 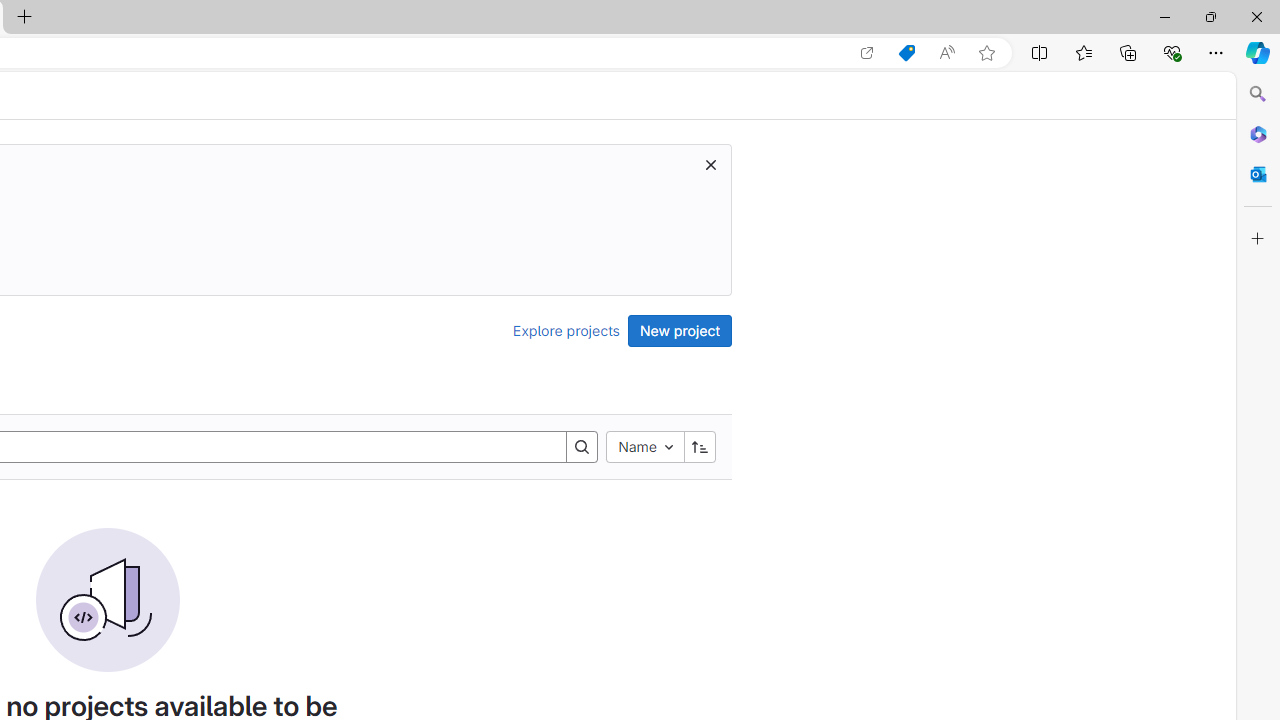 What do you see at coordinates (867, 52) in the screenshot?
I see `'Open in app'` at bounding box center [867, 52].